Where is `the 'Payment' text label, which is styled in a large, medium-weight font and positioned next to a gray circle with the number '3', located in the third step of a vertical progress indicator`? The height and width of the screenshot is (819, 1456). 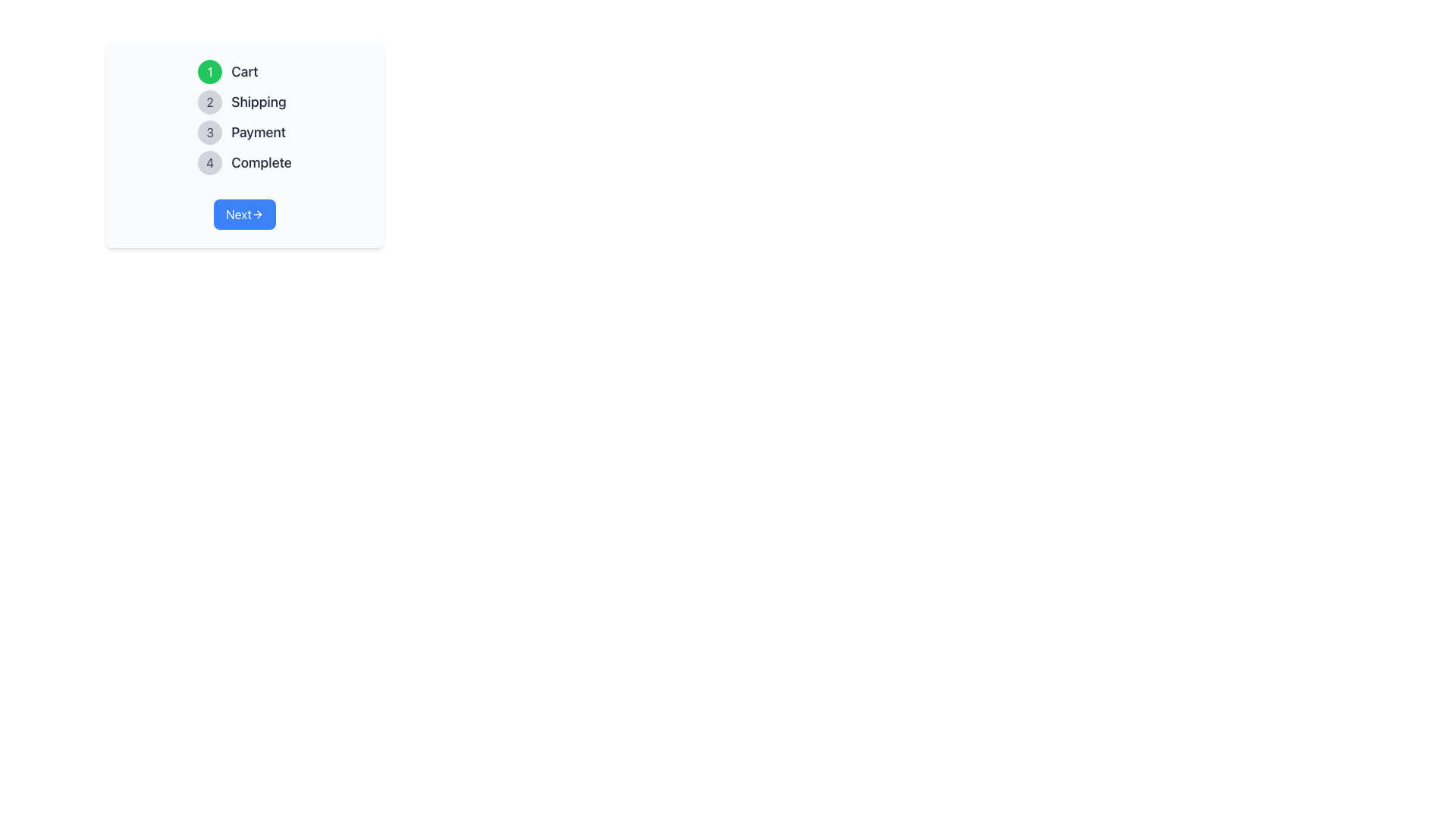
the 'Payment' text label, which is styled in a large, medium-weight font and positioned next to a gray circle with the number '3', located in the third step of a vertical progress indicator is located at coordinates (259, 131).